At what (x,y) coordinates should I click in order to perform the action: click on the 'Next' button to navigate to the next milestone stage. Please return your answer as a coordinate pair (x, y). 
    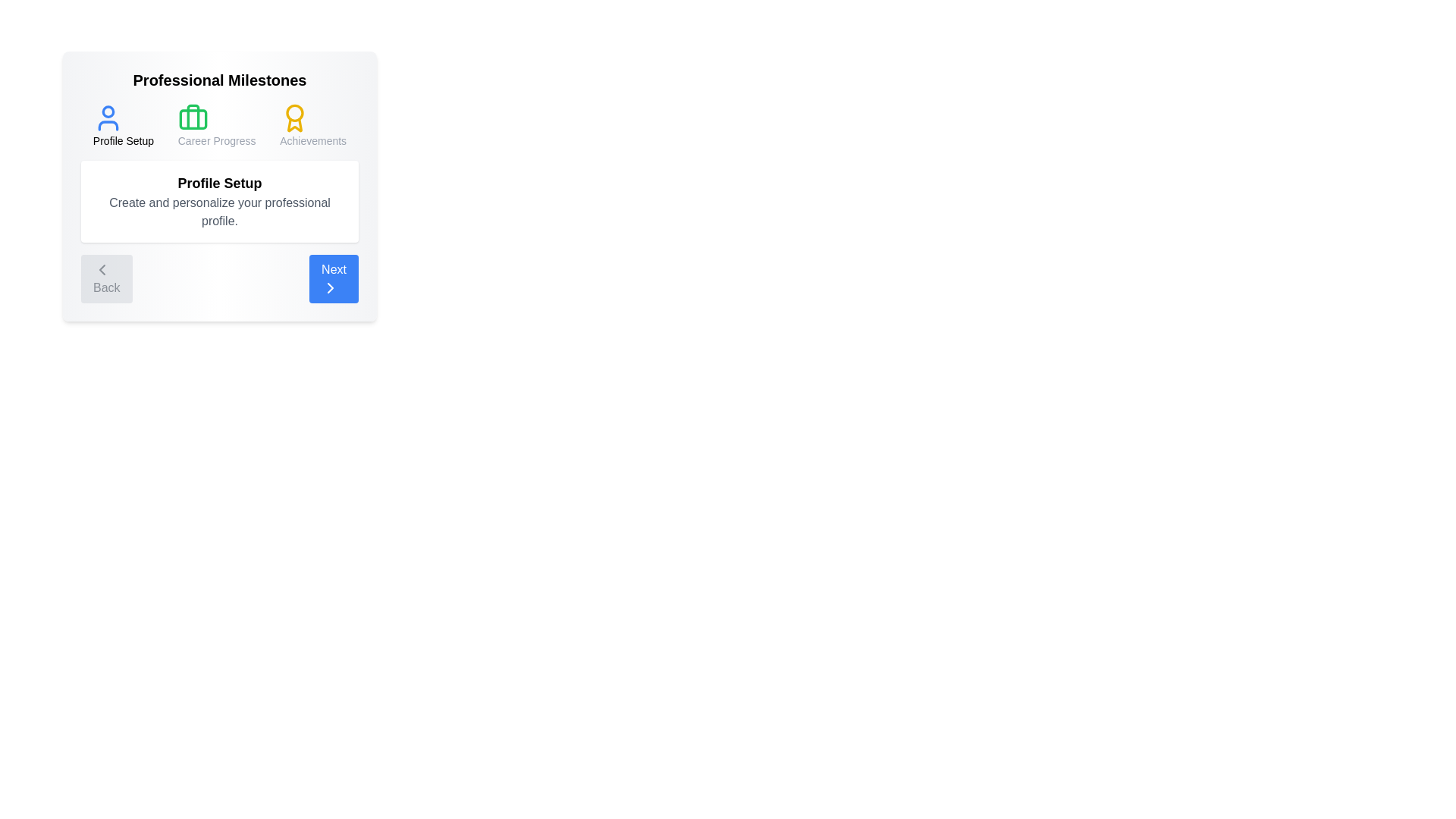
    Looking at the image, I should click on (333, 278).